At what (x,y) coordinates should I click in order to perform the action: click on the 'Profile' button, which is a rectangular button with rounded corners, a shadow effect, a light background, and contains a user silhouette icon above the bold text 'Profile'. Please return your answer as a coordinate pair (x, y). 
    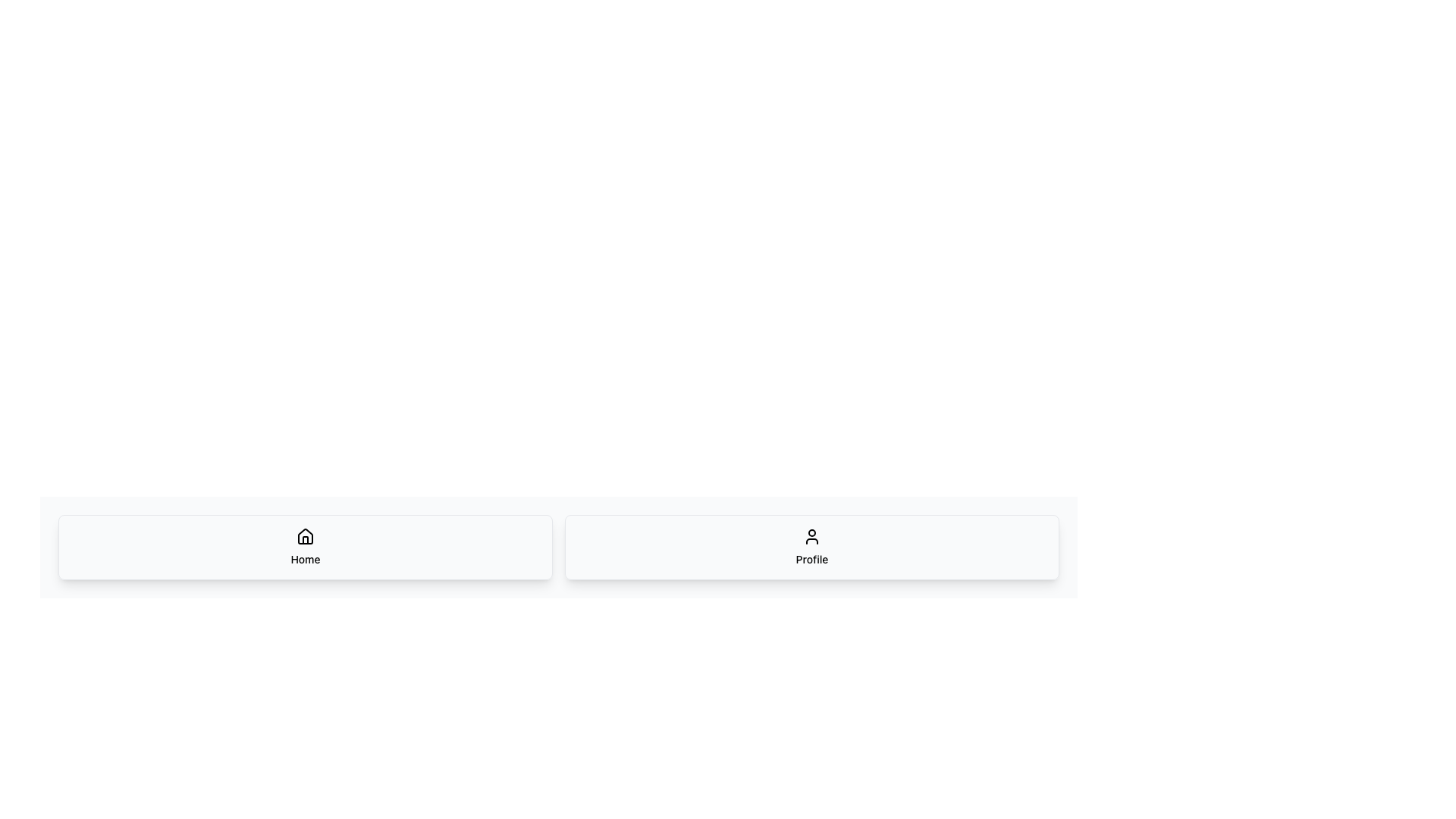
    Looking at the image, I should click on (811, 547).